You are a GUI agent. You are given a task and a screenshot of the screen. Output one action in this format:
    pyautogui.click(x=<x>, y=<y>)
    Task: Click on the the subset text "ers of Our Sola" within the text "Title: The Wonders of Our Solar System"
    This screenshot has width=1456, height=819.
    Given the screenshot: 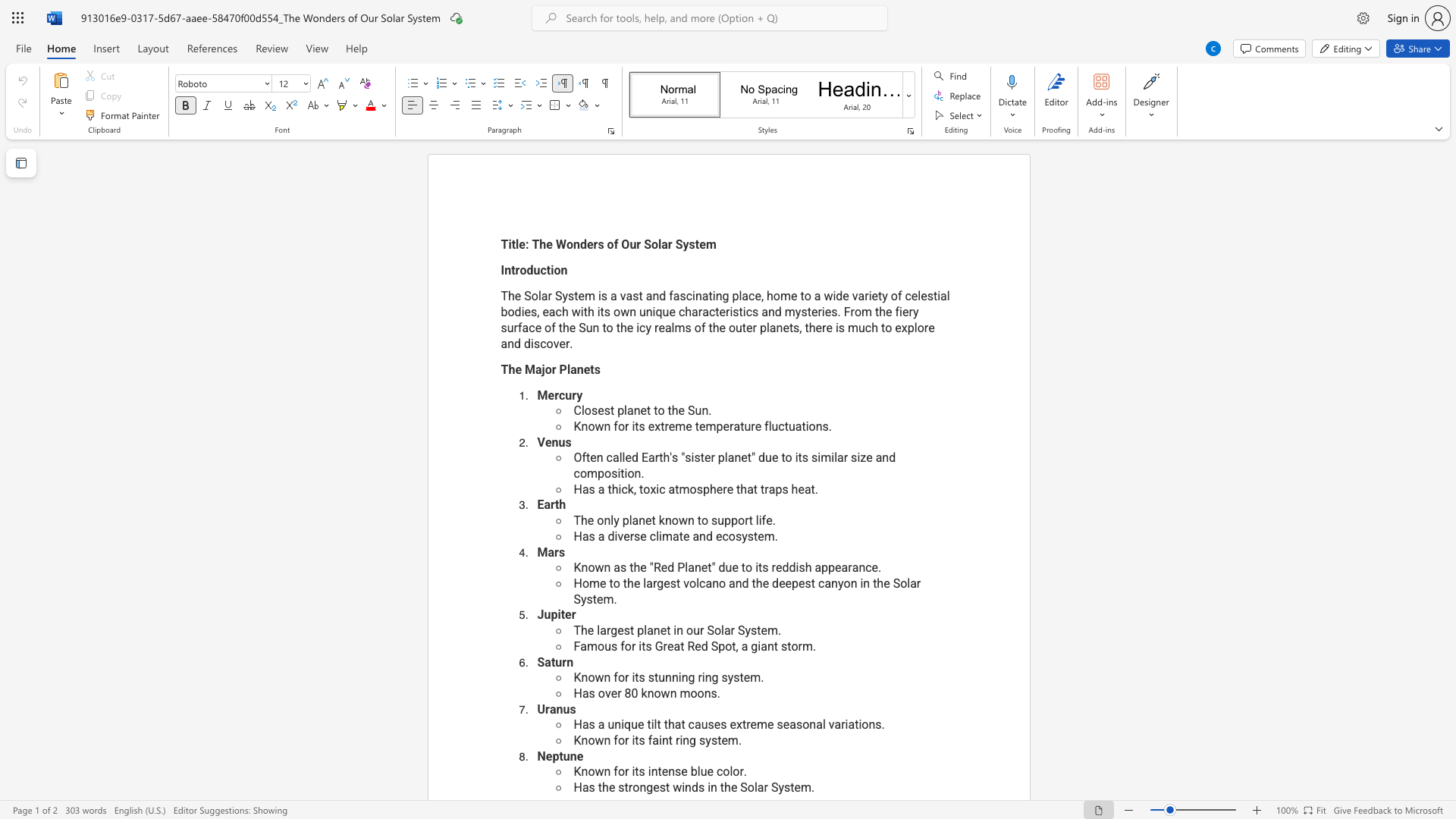 What is the action you would take?
    pyautogui.click(x=585, y=243)
    